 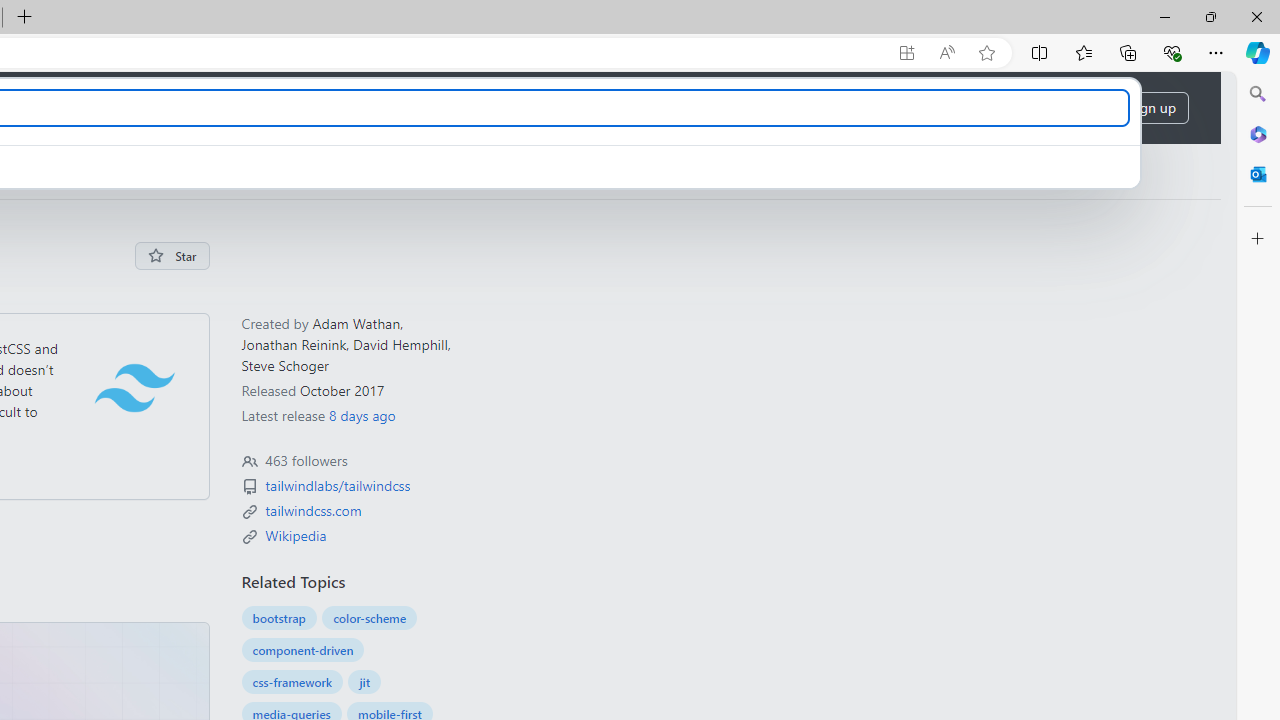 I want to click on 'Sign up', so click(x=1152, y=108).